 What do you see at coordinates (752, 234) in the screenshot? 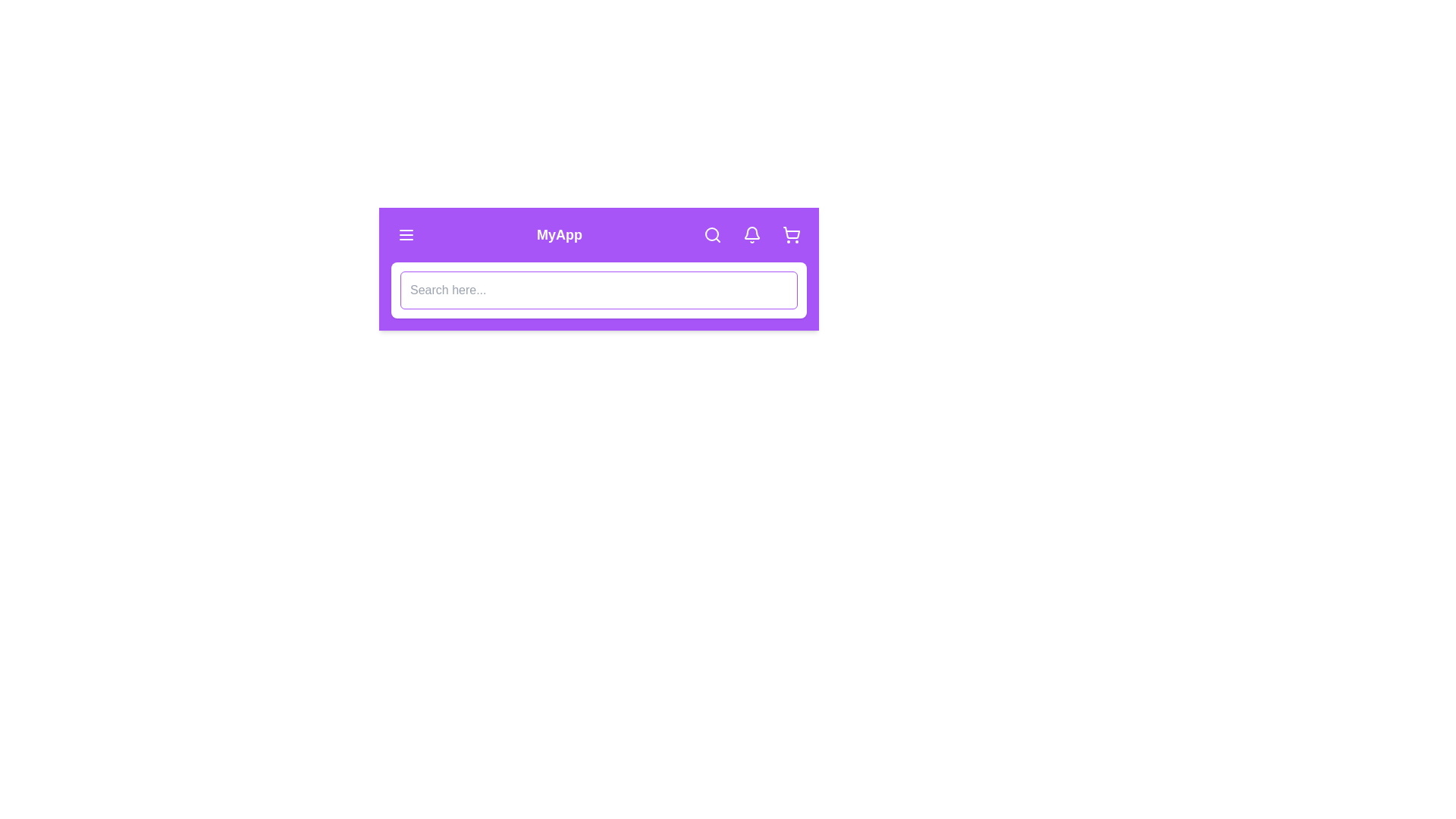
I see `the notification bell icon` at bounding box center [752, 234].